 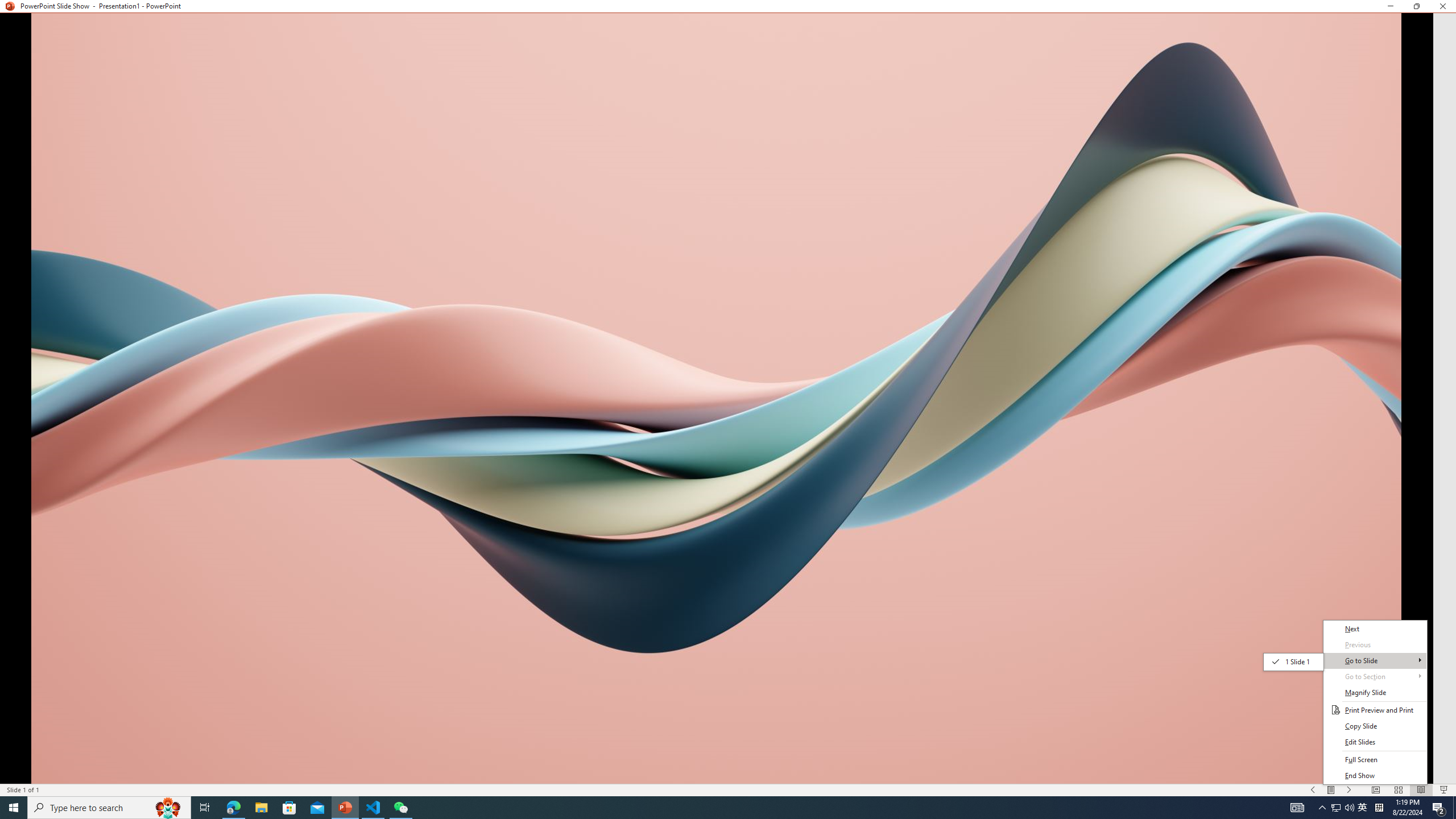 What do you see at coordinates (1379, 806) in the screenshot?
I see `'Tray Input Indicator - Chinese (Simplified, China)'` at bounding box center [1379, 806].